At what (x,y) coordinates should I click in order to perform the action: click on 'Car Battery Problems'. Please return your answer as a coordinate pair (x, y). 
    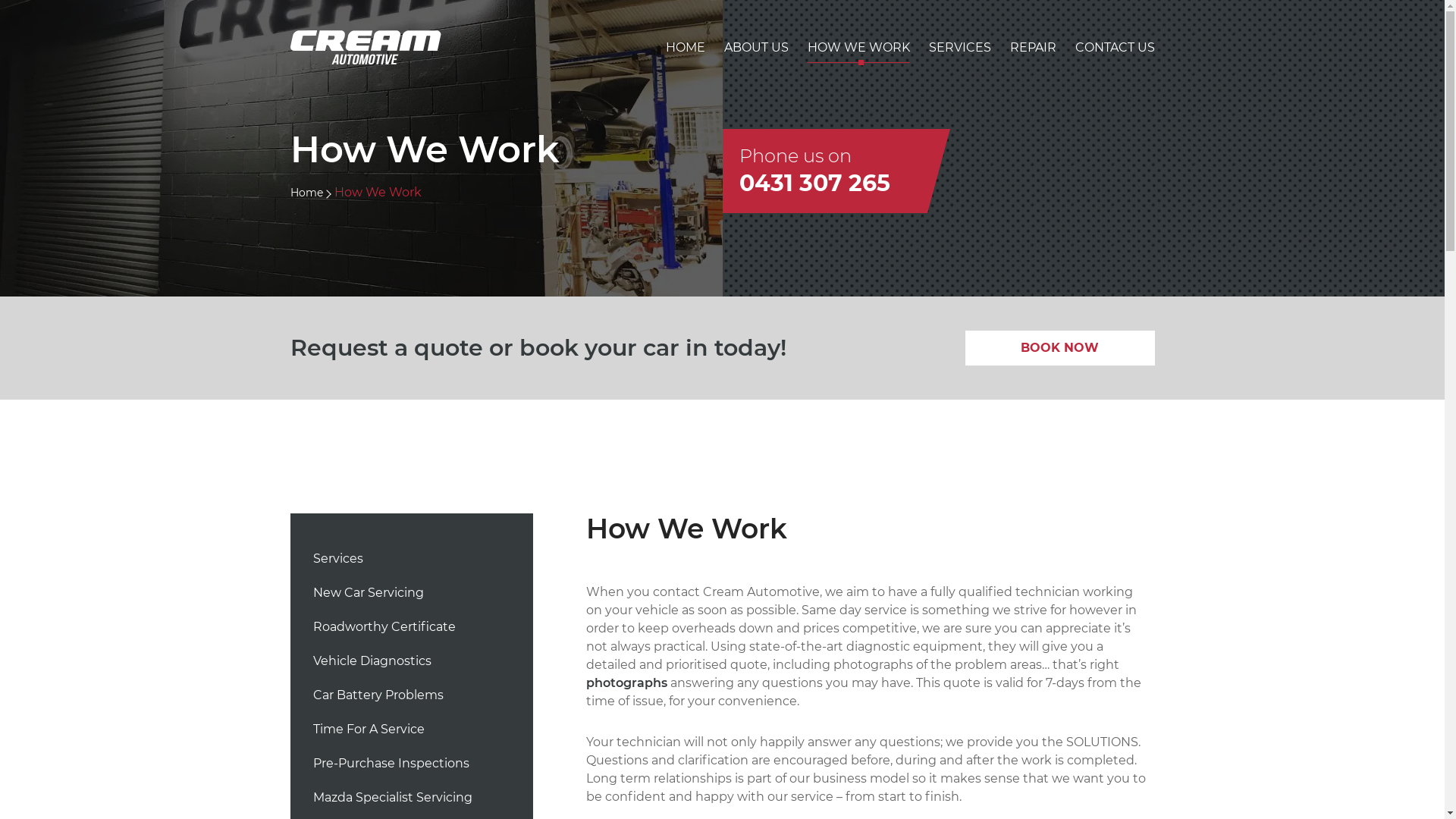
    Looking at the image, I should click on (378, 701).